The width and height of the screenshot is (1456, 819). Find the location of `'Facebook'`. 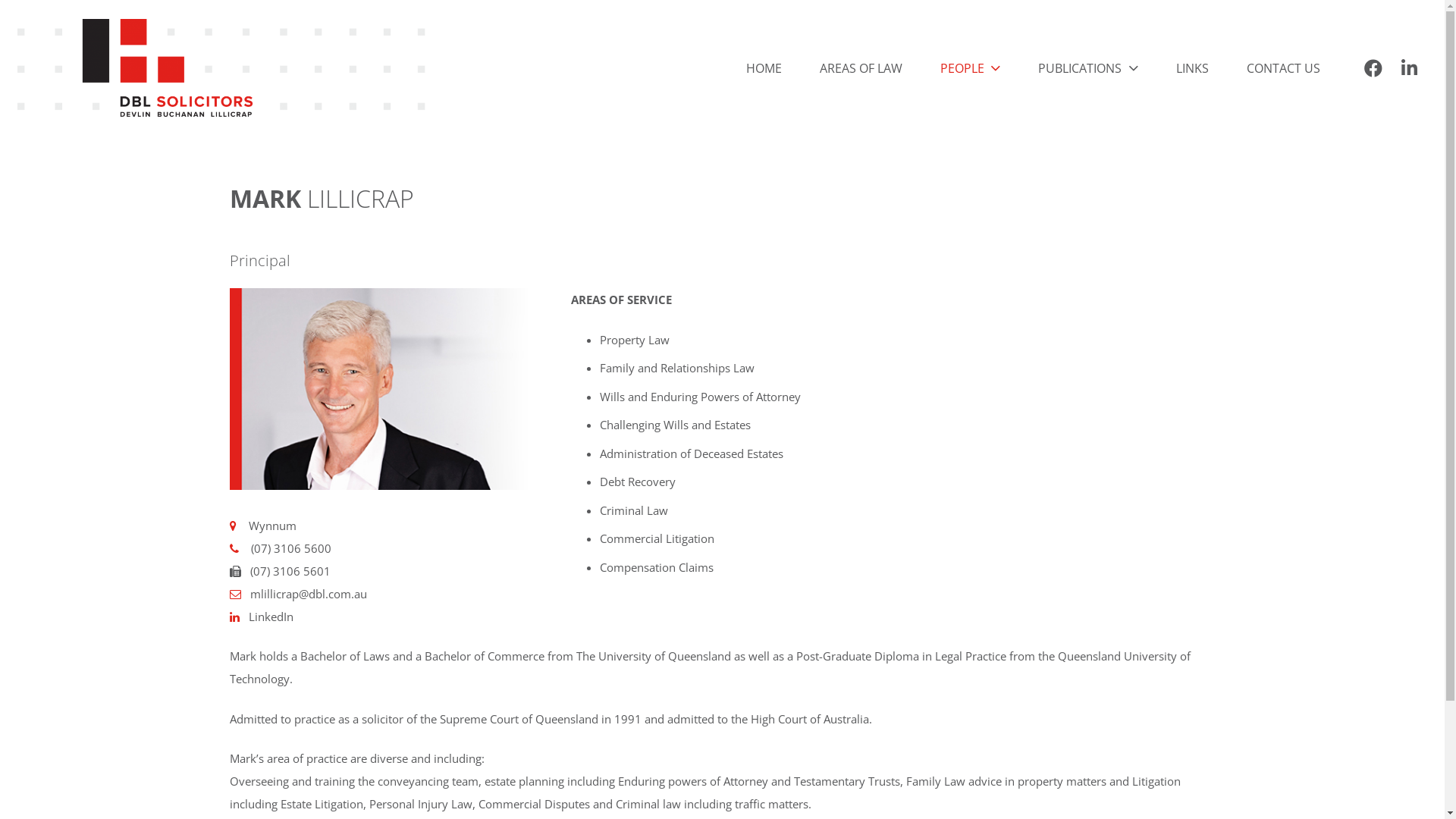

'Facebook' is located at coordinates (1354, 67).